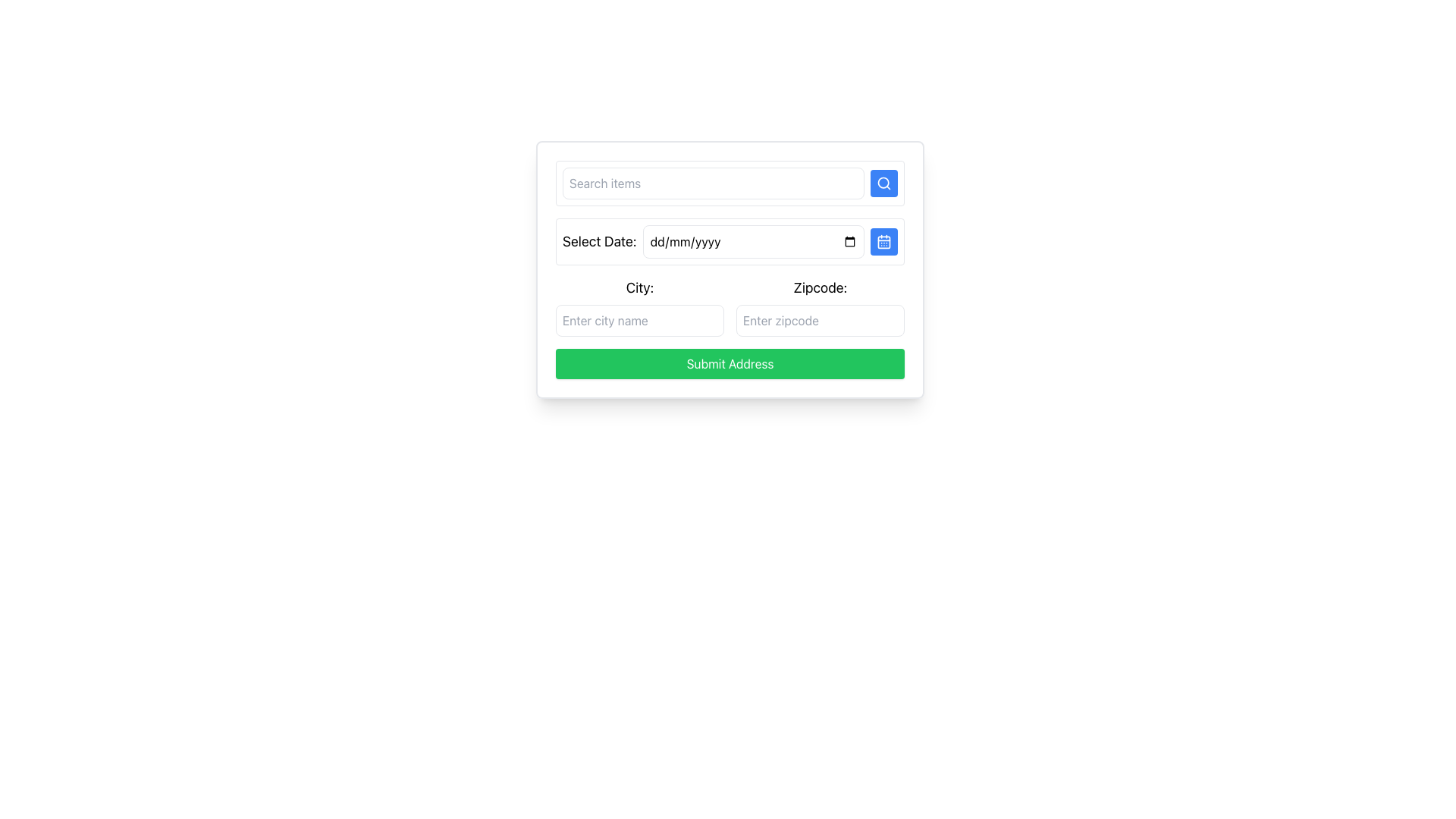 This screenshot has width=1456, height=819. I want to click on the label displaying the text 'City:' which is positioned above the input field for city name in the user input form, so click(640, 288).